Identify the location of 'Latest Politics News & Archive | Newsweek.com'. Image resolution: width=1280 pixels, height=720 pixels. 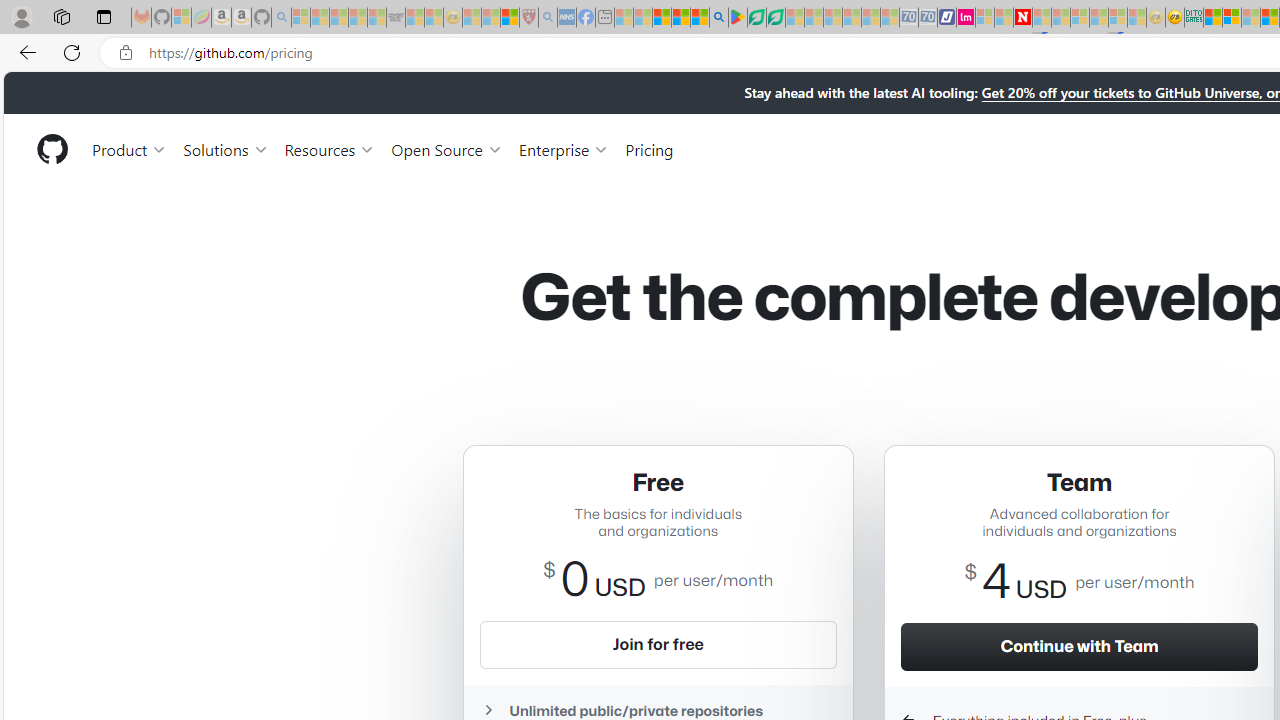
(1022, 17).